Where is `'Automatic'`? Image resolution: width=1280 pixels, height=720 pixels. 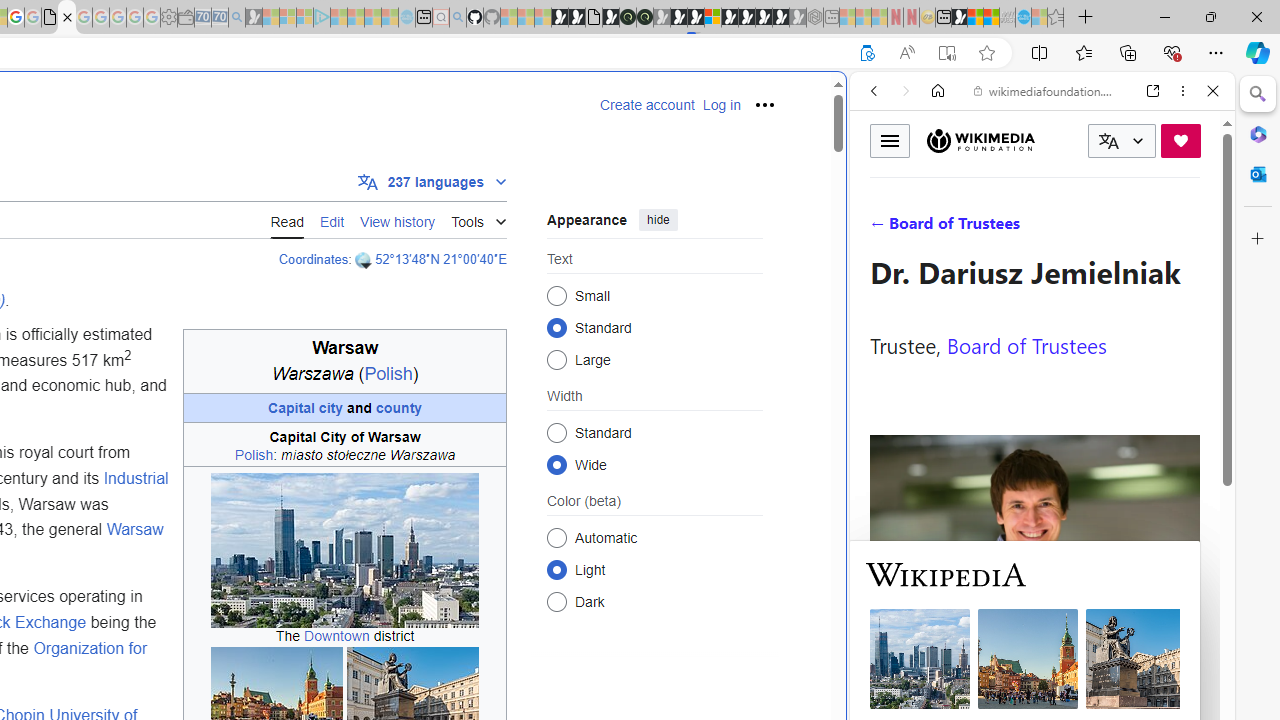
'Automatic' is located at coordinates (556, 536).